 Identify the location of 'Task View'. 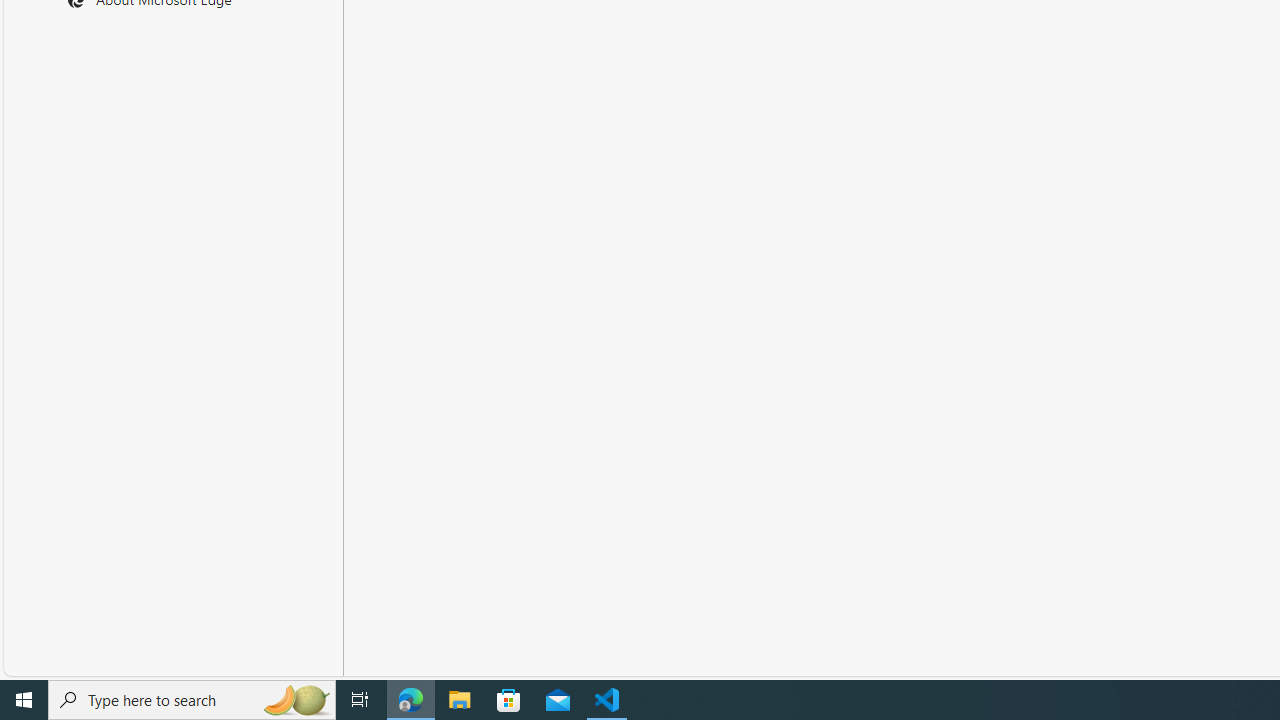
(359, 698).